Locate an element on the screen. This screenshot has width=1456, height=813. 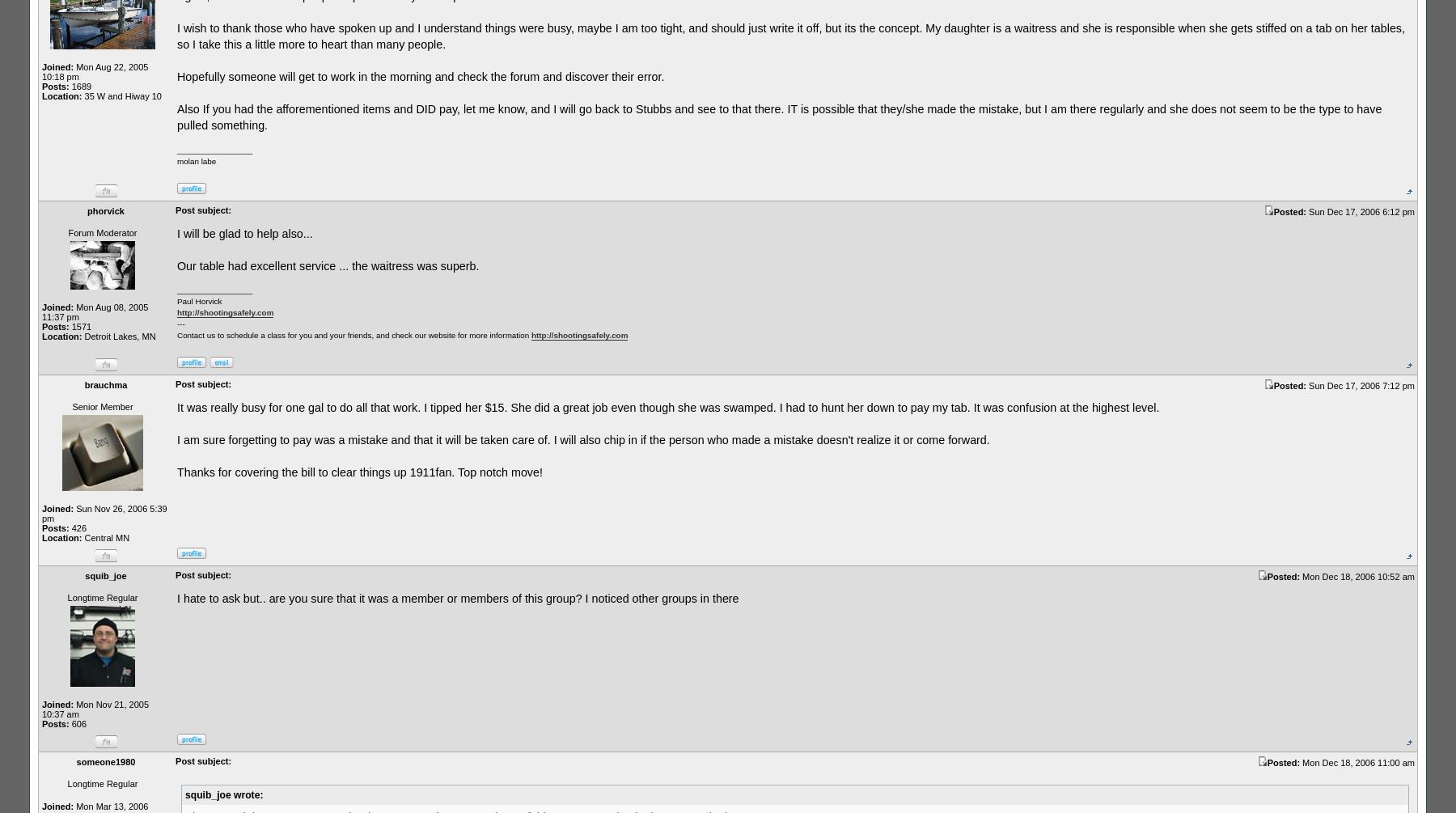
'Central MN' is located at coordinates (80, 536).